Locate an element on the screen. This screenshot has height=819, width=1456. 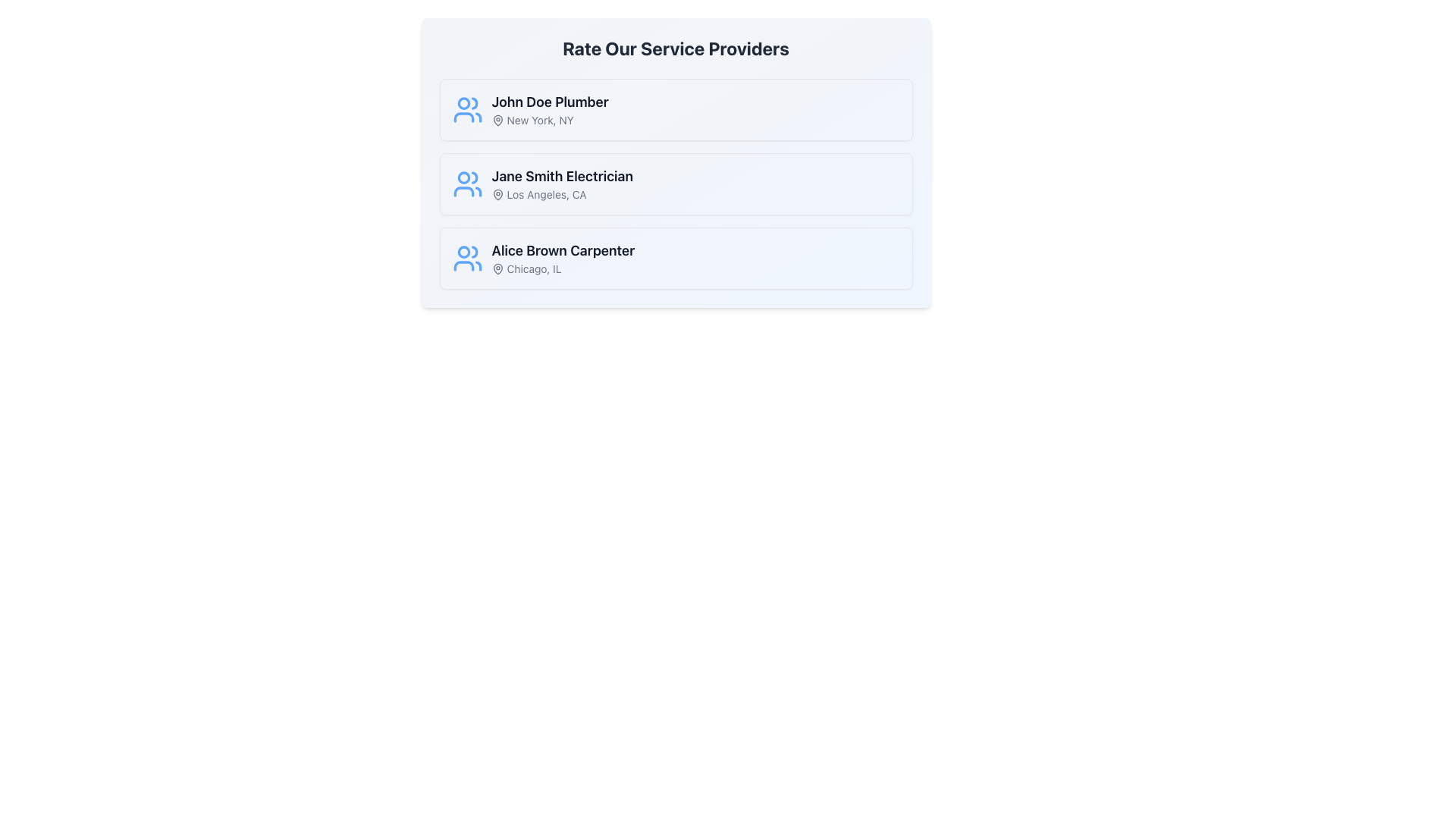
details presented in the Card element that displays information about 'Alice Brown Carpenter', including her name and location 'Chicago, IL'. This Card is the third in a stacked list of three cards is located at coordinates (675, 257).